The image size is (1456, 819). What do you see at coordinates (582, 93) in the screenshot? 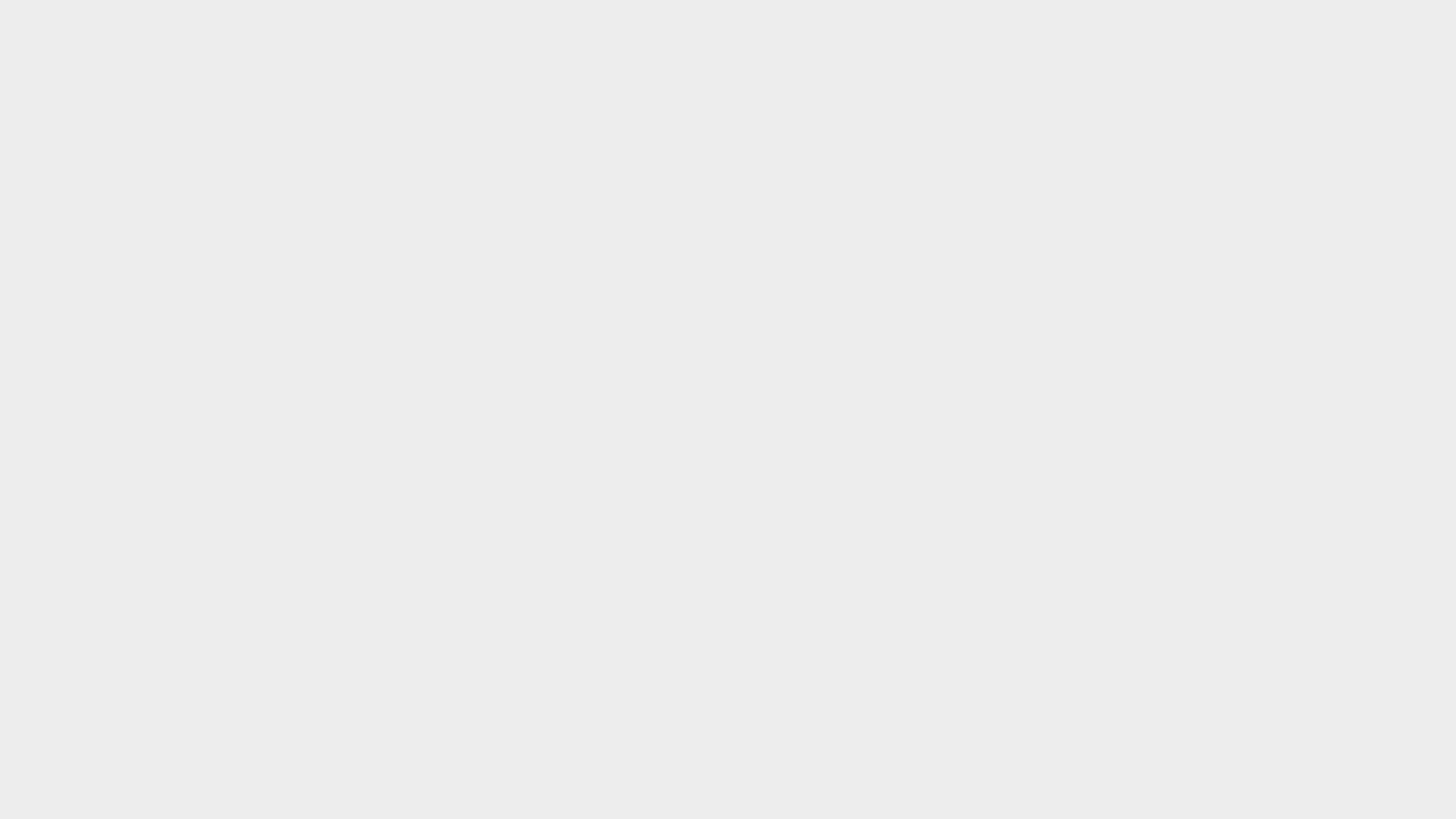
I see `'Who We Are'` at bounding box center [582, 93].